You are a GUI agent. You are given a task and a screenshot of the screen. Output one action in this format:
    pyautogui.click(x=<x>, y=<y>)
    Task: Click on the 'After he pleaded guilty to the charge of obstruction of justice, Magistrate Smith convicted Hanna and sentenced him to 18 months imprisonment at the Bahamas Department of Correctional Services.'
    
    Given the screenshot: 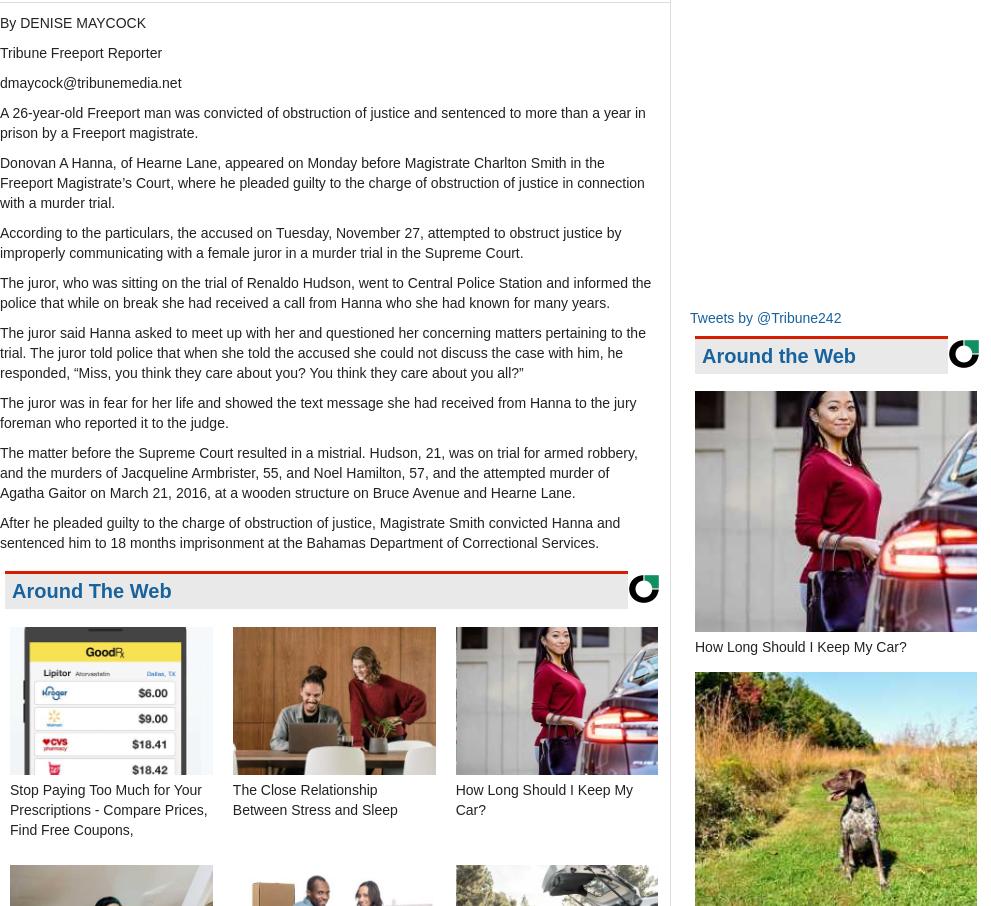 What is the action you would take?
    pyautogui.click(x=308, y=532)
    